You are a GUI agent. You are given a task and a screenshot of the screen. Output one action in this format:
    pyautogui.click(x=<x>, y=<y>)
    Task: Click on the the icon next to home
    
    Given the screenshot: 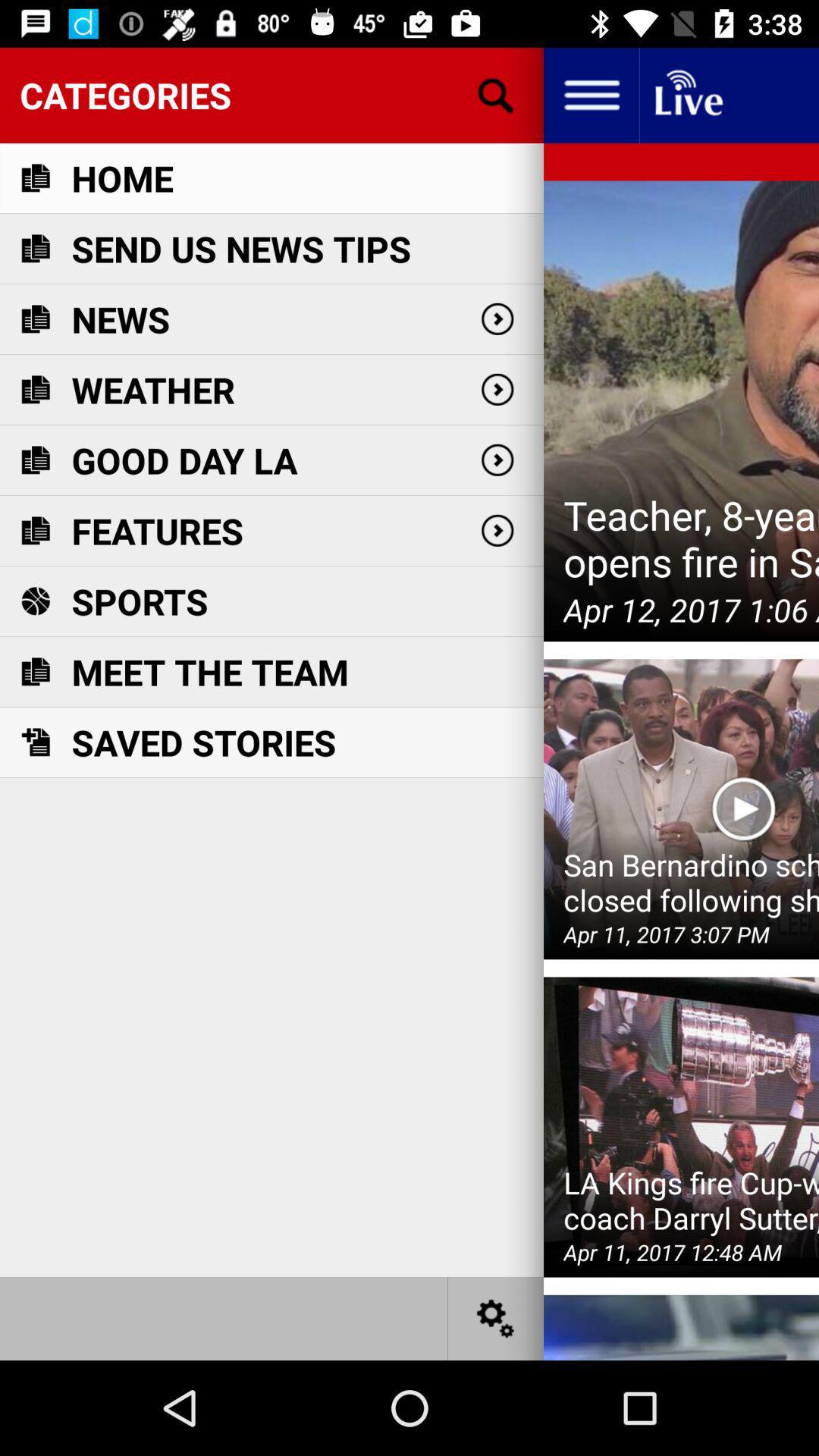 What is the action you would take?
    pyautogui.click(x=496, y=94)
    